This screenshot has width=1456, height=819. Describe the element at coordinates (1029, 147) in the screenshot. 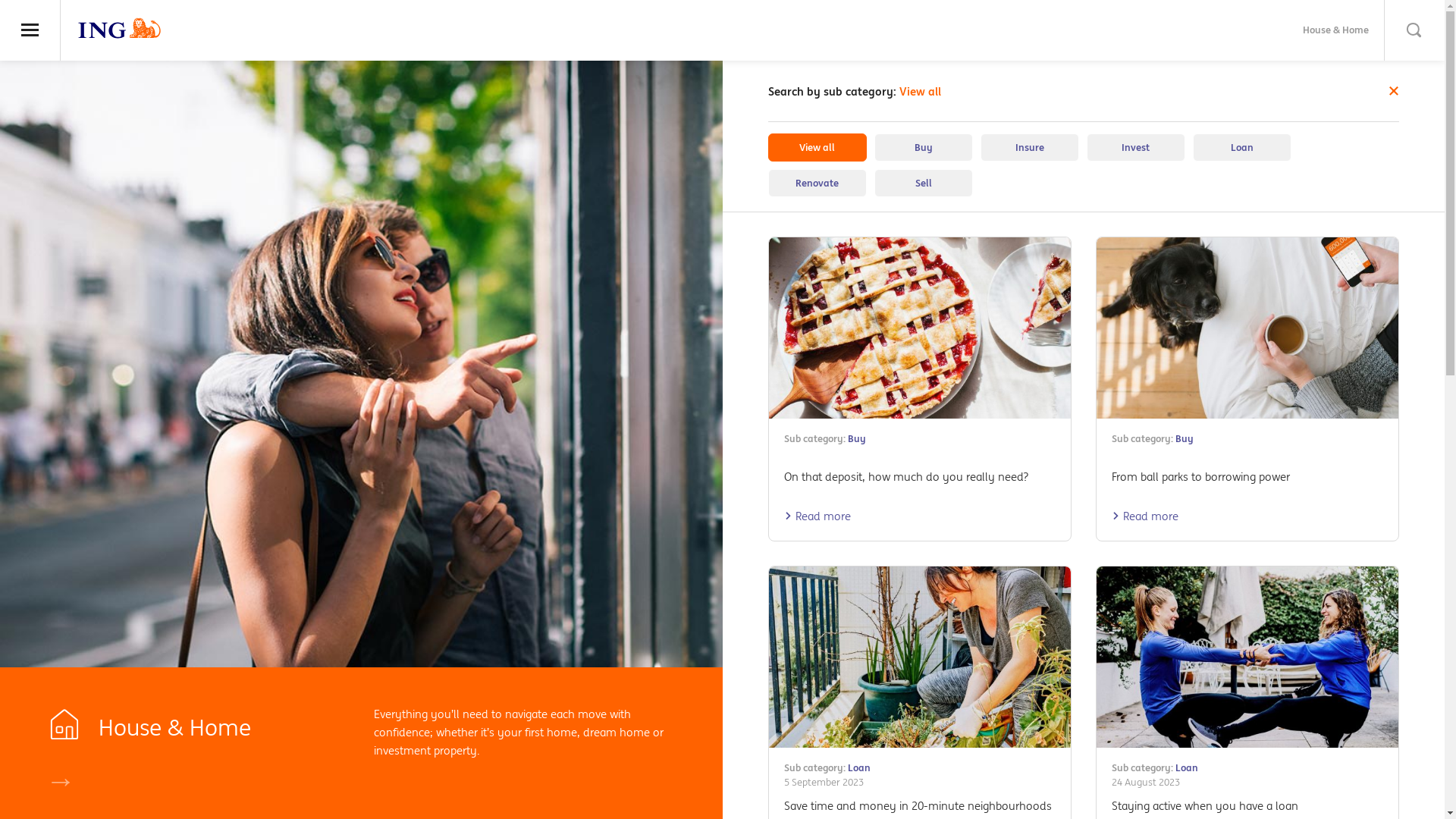

I see `'Insure'` at that location.